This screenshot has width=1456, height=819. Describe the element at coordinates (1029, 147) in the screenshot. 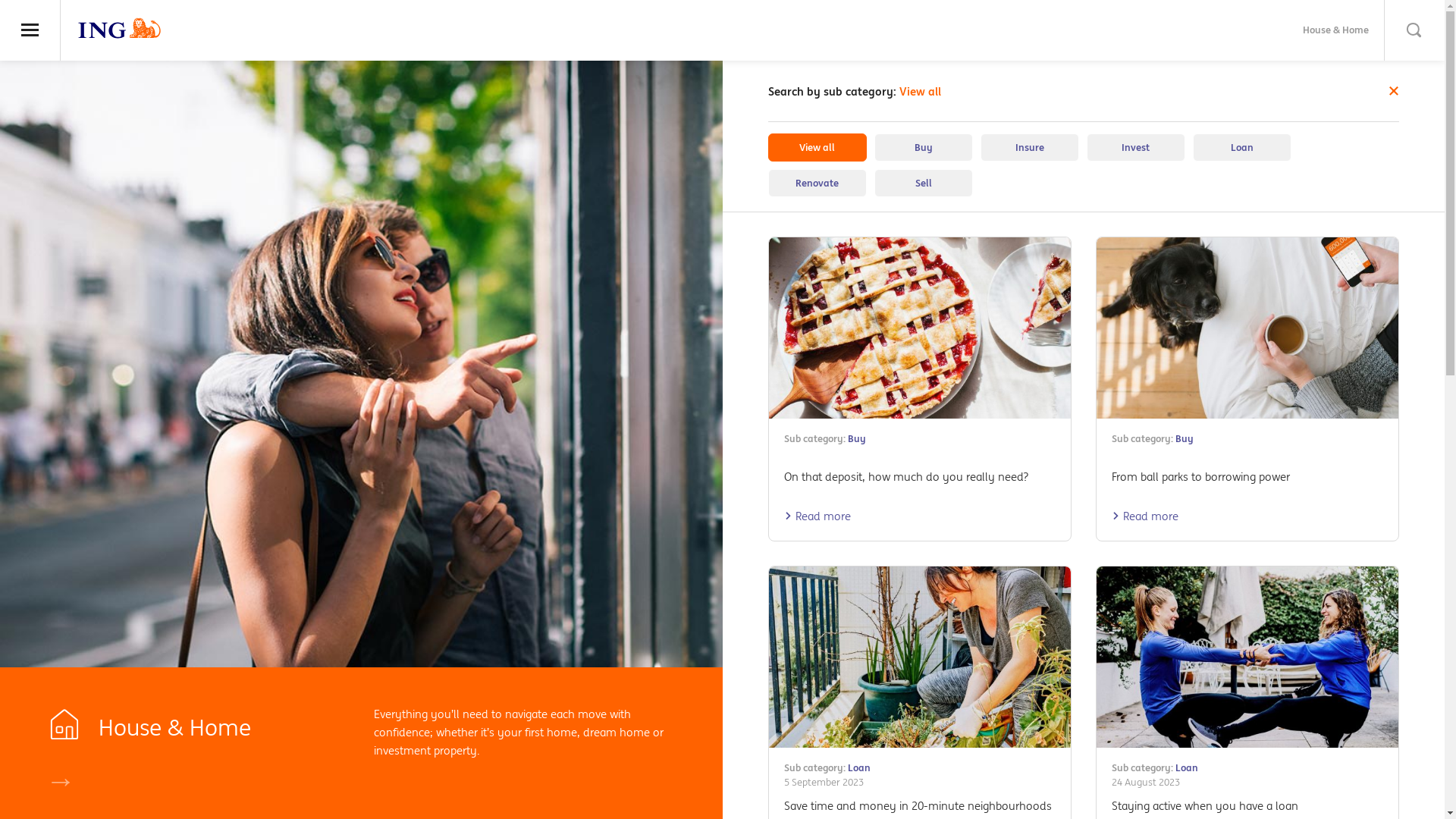

I see `'Insure'` at that location.